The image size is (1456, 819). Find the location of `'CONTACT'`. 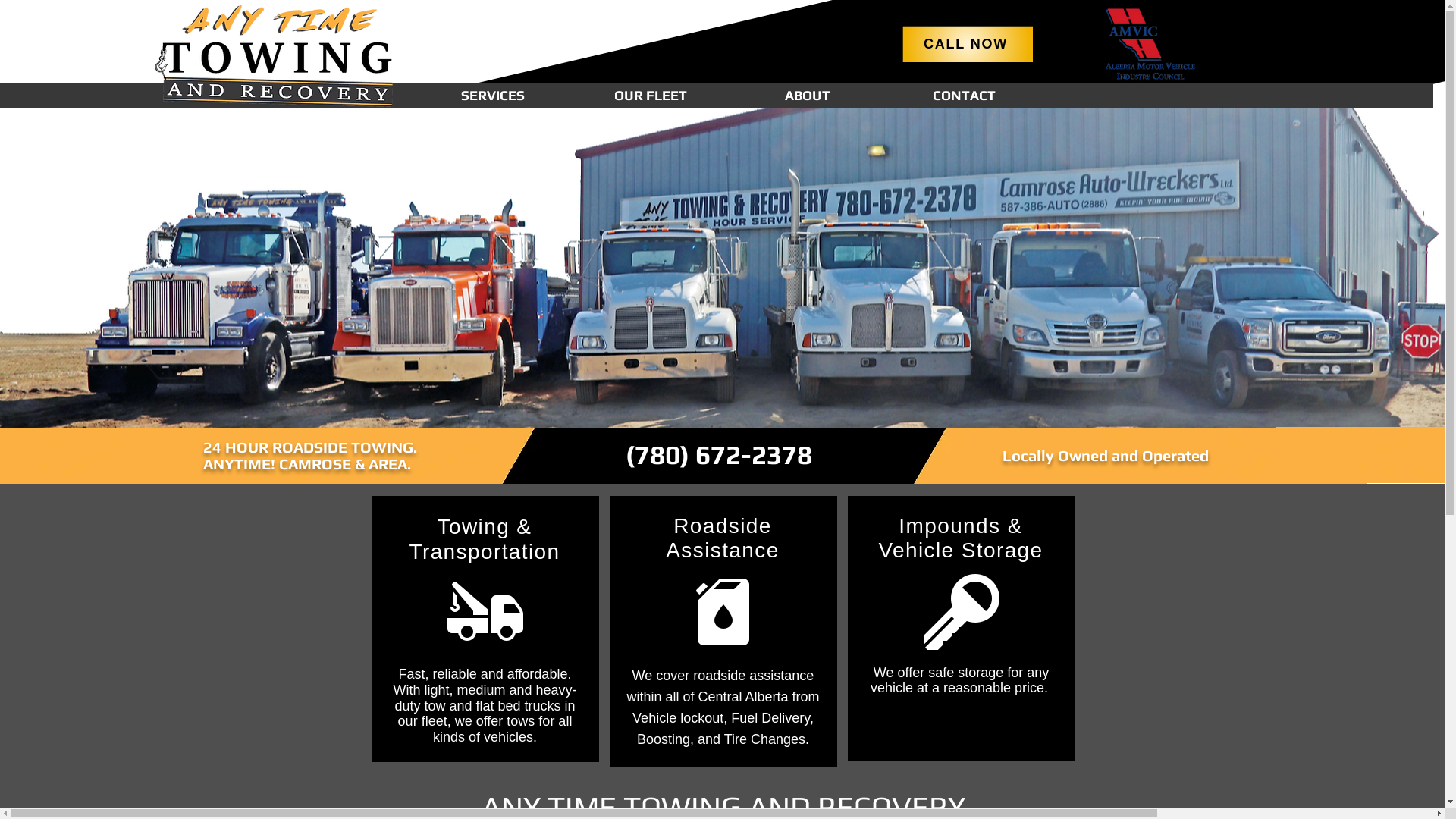

'CONTACT' is located at coordinates (963, 95).